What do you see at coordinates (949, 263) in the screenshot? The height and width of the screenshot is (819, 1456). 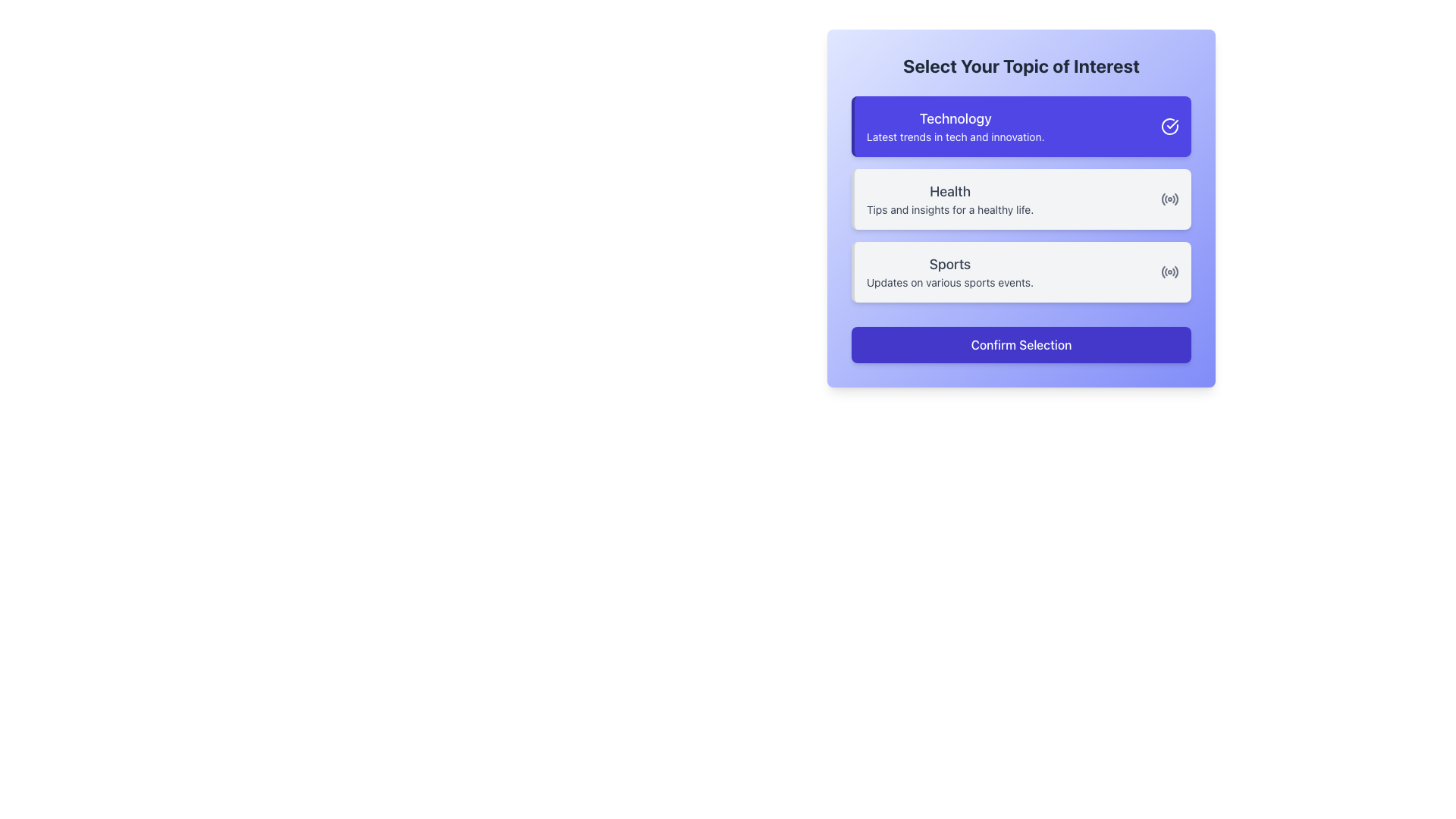 I see `the header text of the third card in the vertical list` at bounding box center [949, 263].